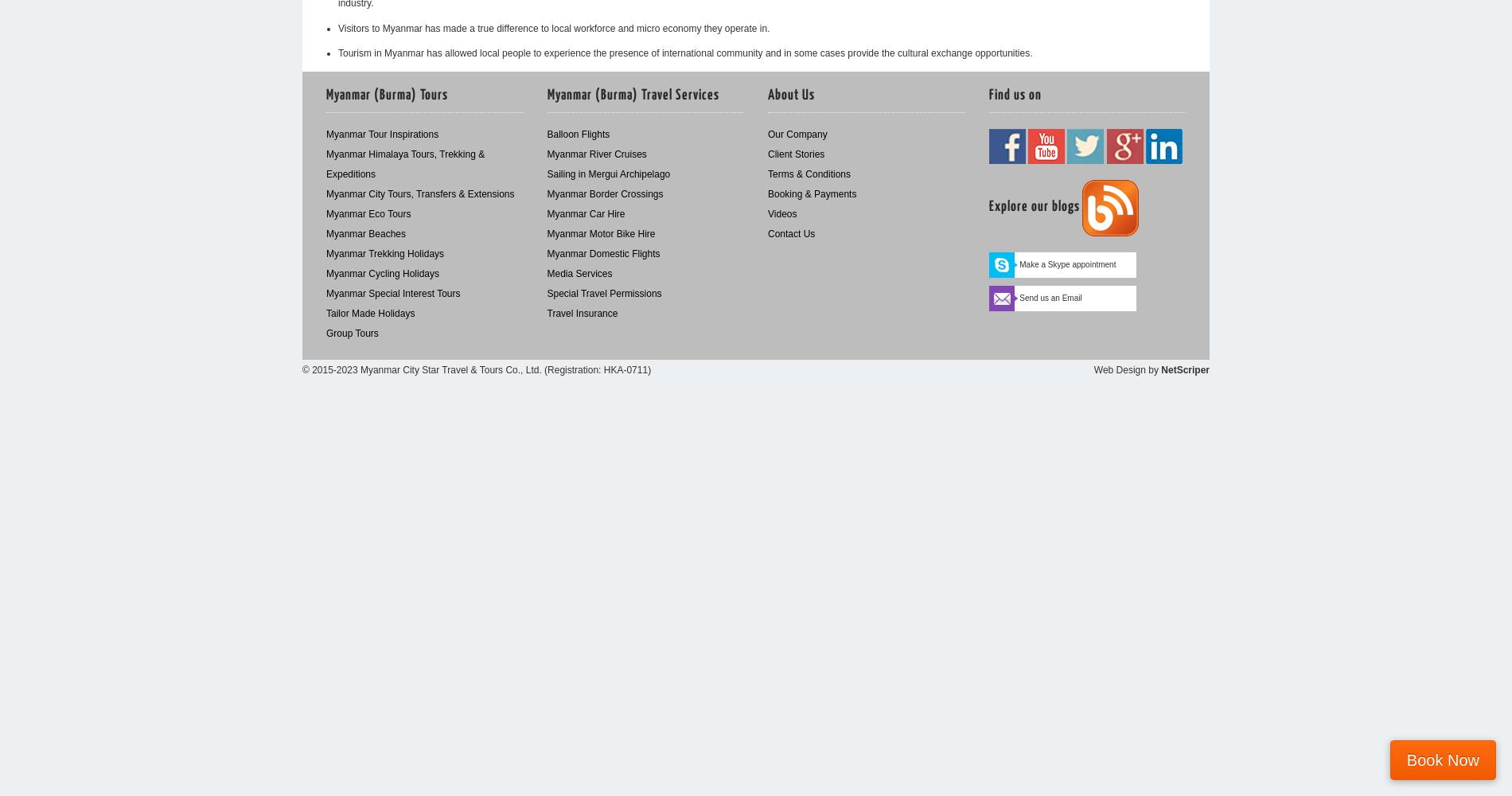 This screenshot has height=796, width=1512. Describe the element at coordinates (768, 95) in the screenshot. I see `'About Us'` at that location.